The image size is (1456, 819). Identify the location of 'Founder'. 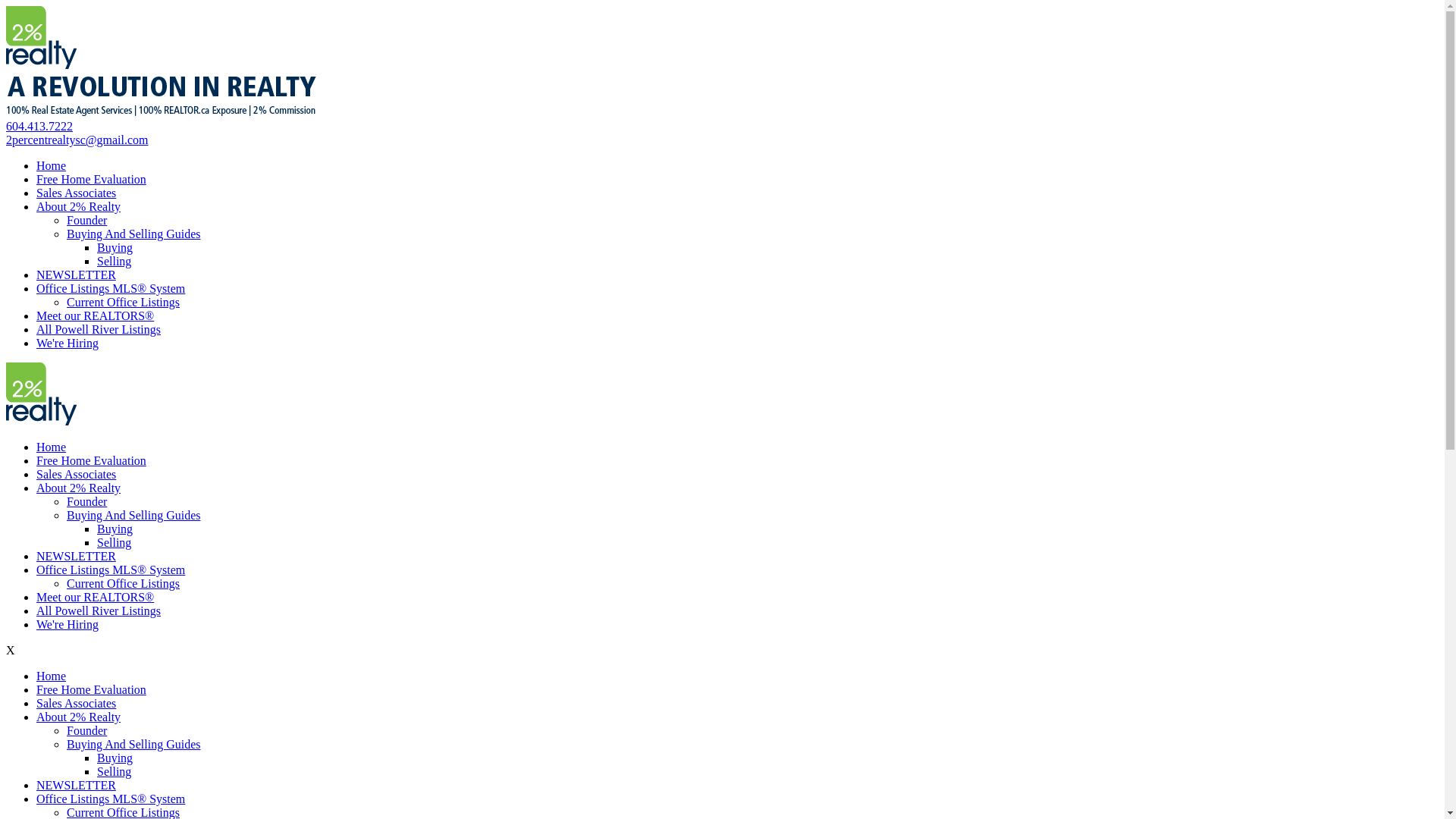
(65, 730).